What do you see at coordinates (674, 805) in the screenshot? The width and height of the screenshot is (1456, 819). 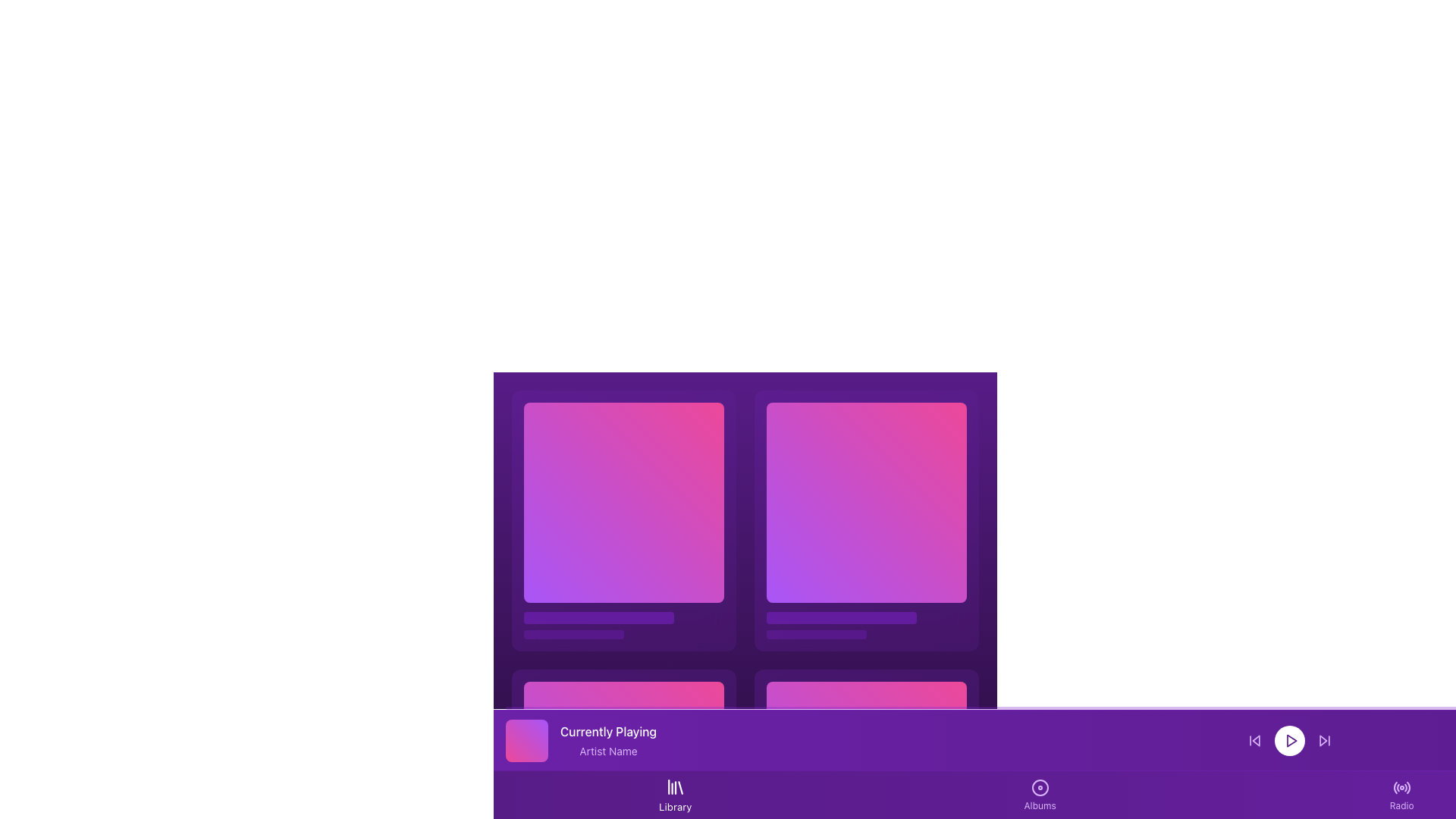 I see `text label displaying 'Library' that is styled in white text on a purple background, located at the bottom of the application interface in the navigation bar` at bounding box center [674, 805].